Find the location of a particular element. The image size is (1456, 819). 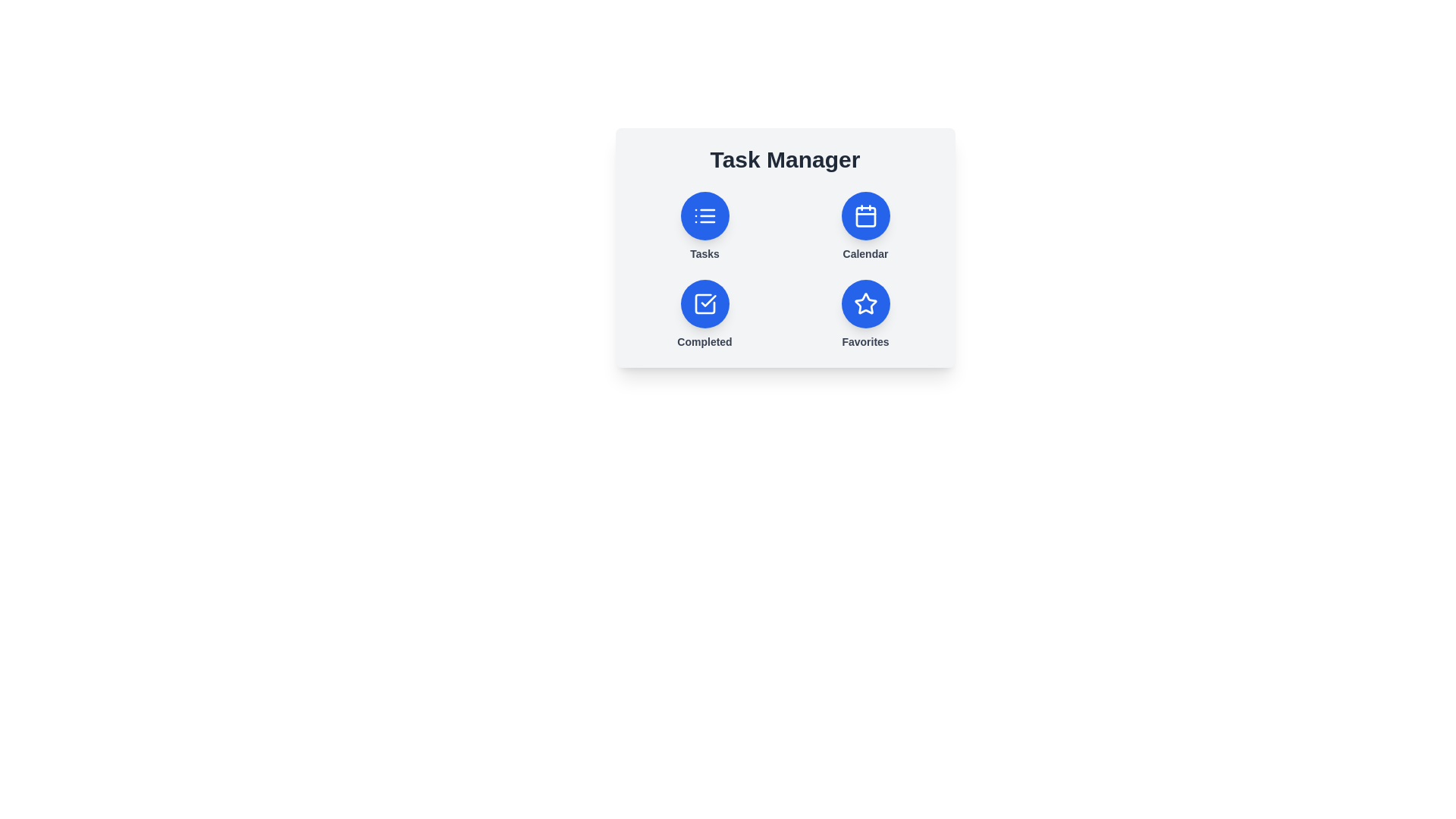

the 'Calendar' button, which is a circular button with a blue background and a white calendar icon, located in the task manager interface is located at coordinates (865, 227).